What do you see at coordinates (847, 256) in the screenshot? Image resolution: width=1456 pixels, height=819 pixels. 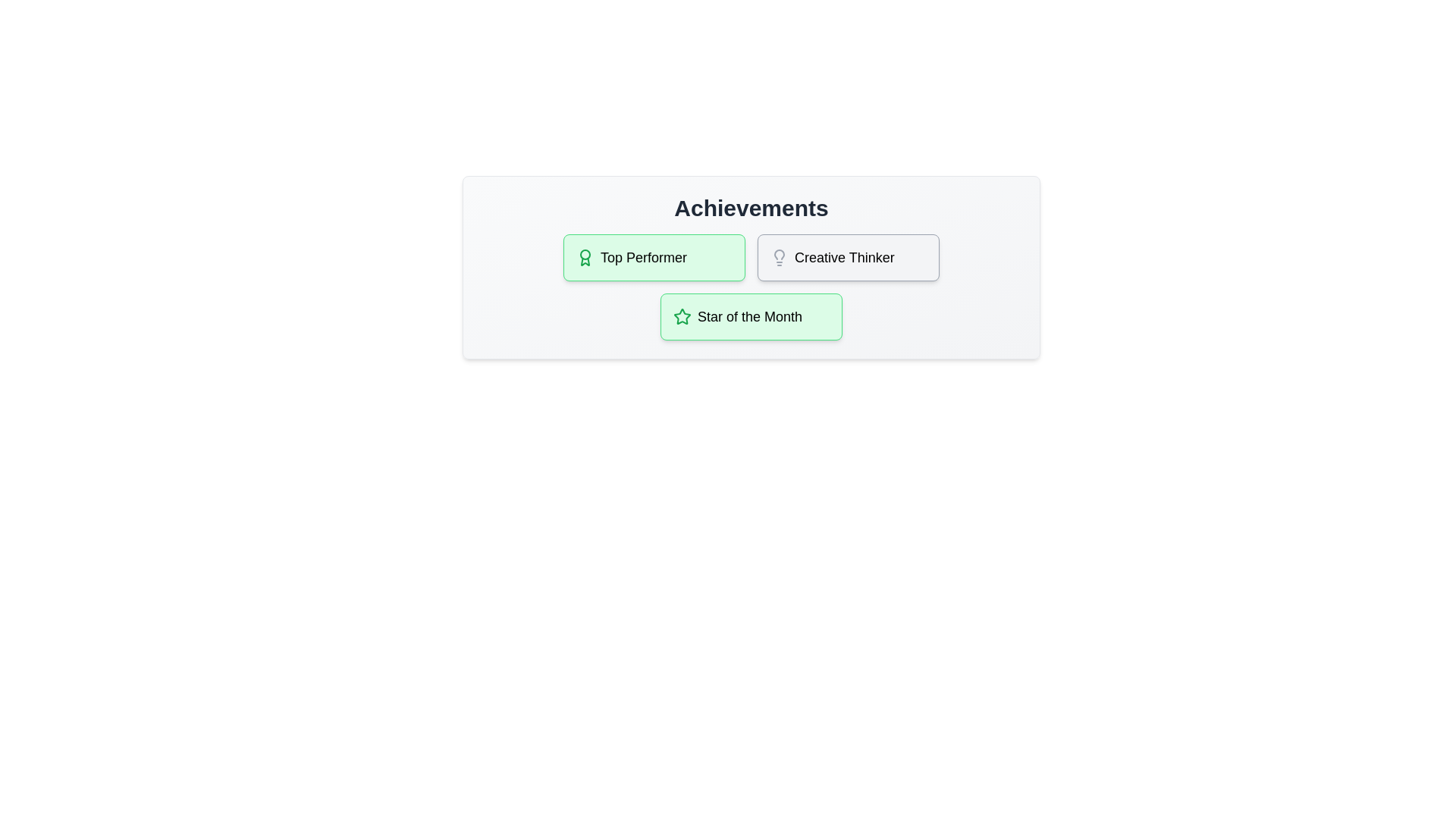 I see `the achievement Creative Thinker to display its tooltip or effect` at bounding box center [847, 256].